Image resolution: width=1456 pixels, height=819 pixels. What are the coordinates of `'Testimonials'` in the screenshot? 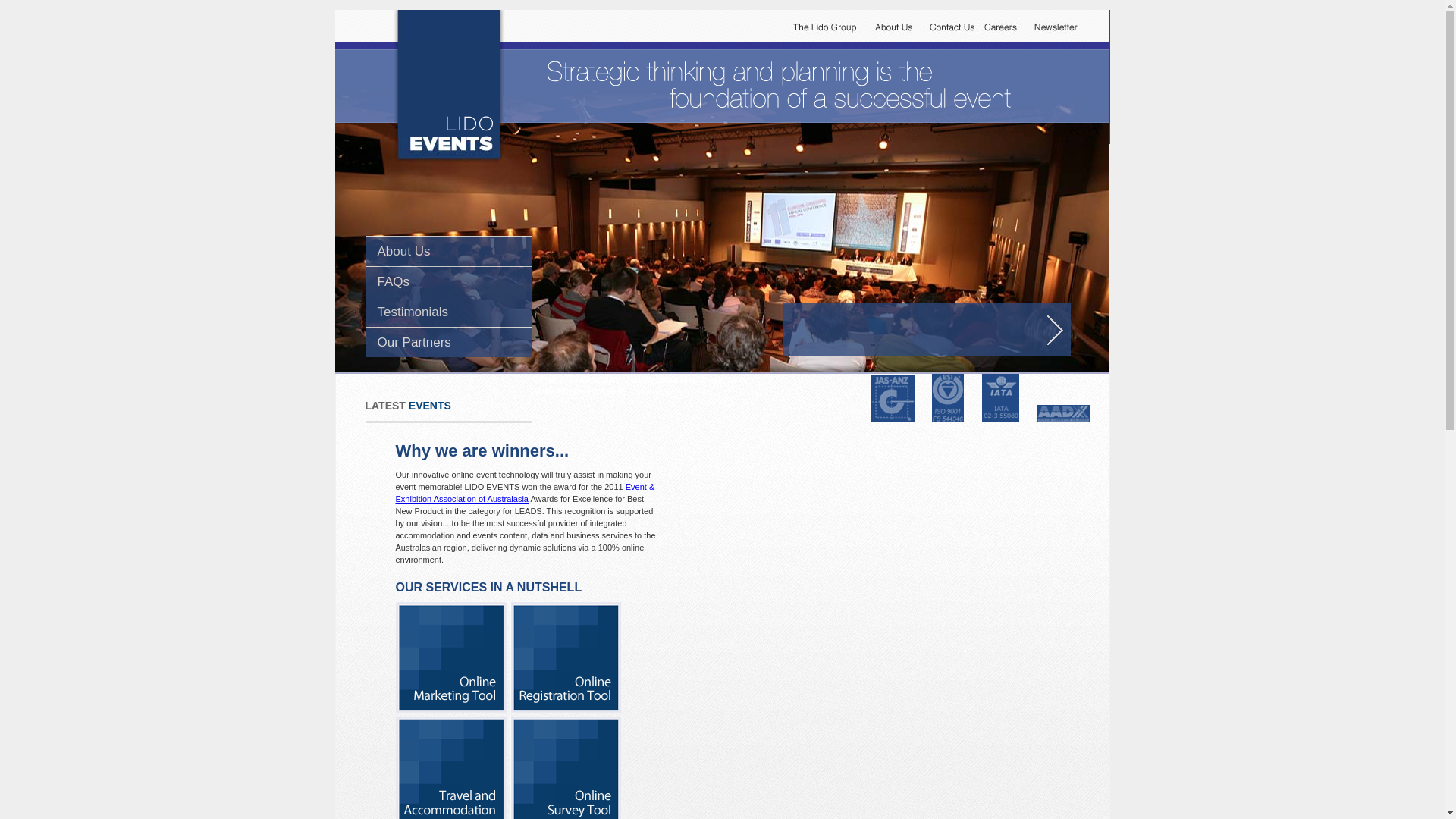 It's located at (413, 311).